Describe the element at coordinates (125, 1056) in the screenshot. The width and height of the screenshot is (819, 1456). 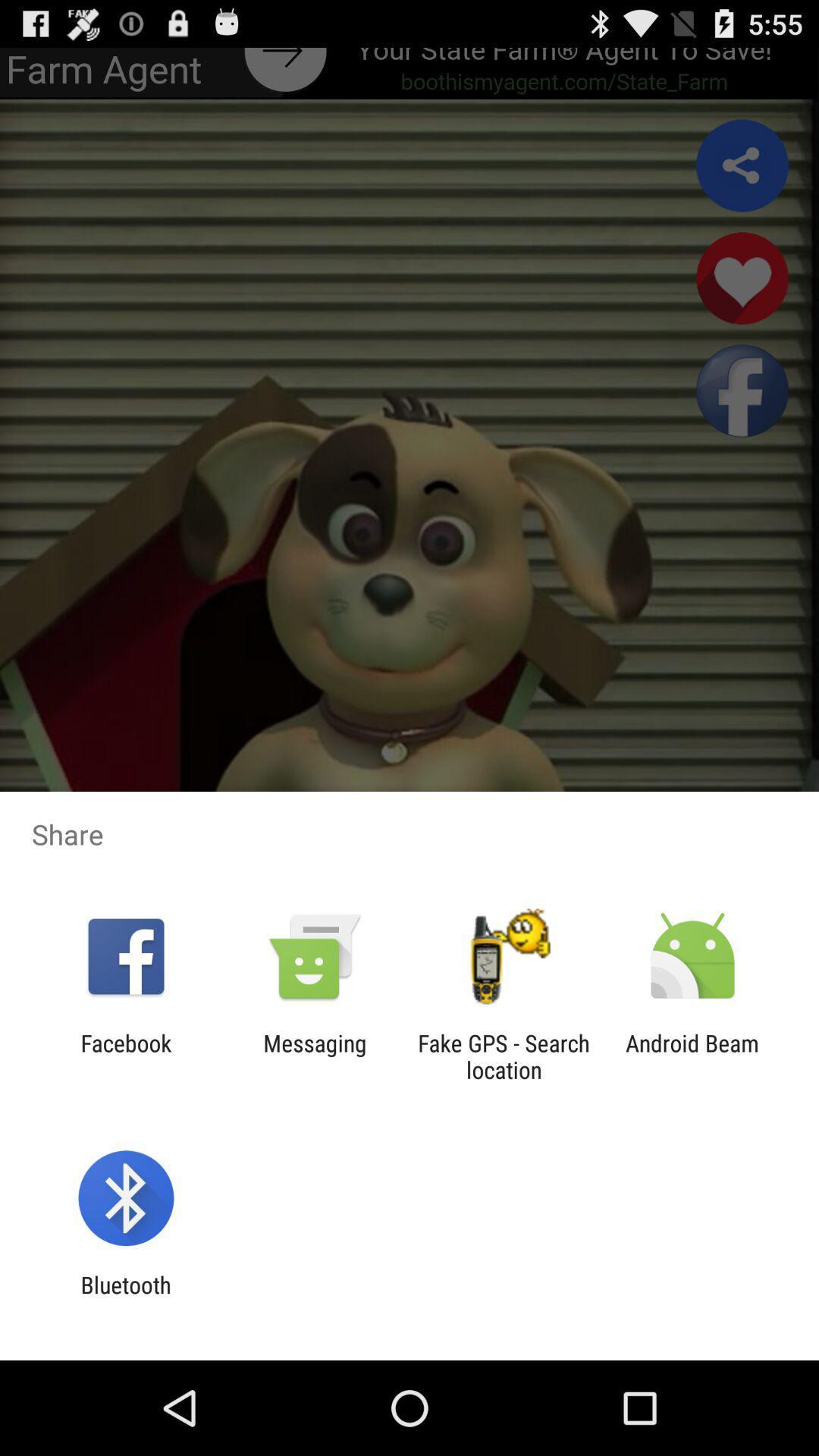
I see `app to the left of the messaging item` at that location.